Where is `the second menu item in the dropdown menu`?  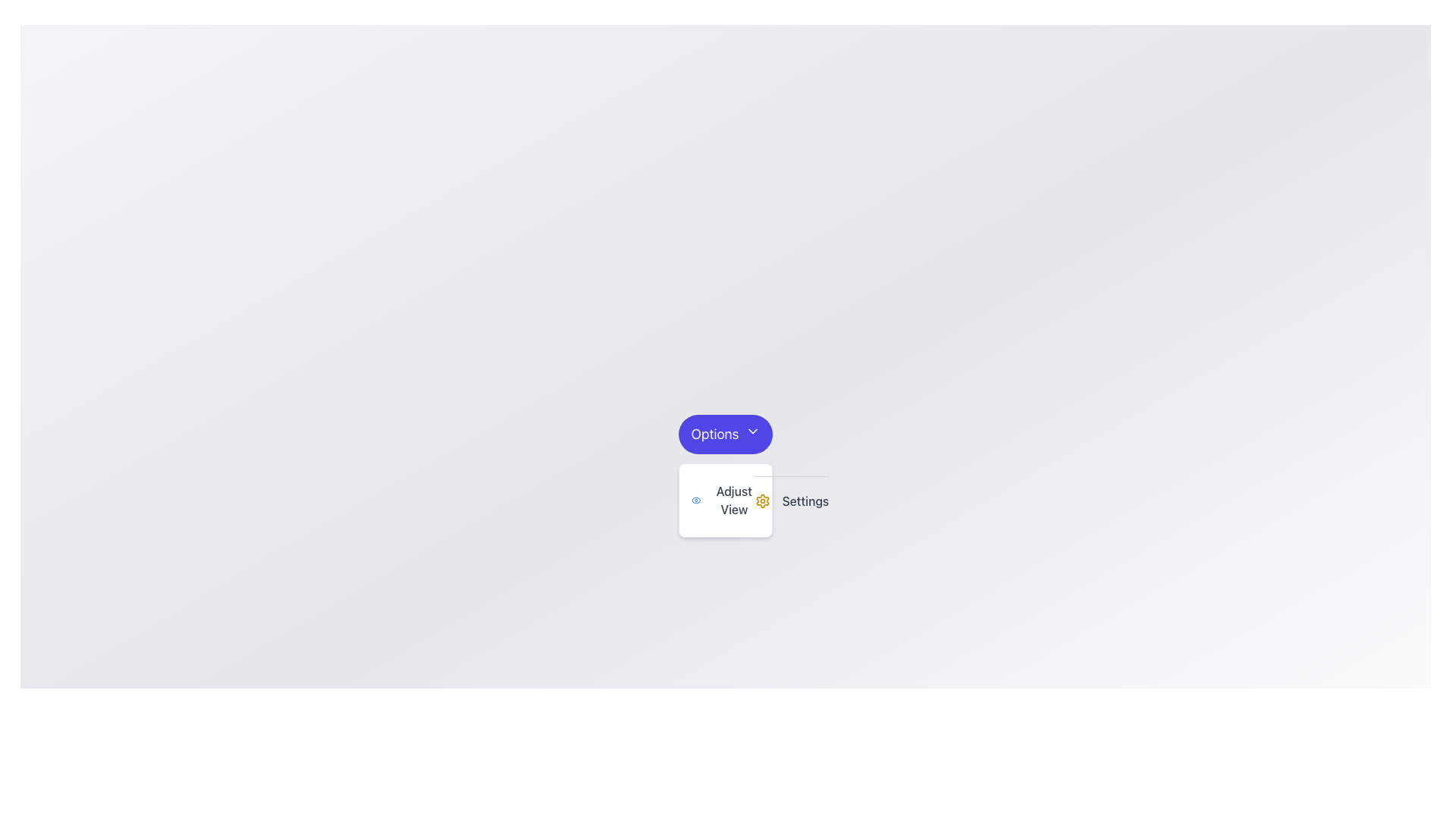
the second menu item in the dropdown menu is located at coordinates (791, 500).